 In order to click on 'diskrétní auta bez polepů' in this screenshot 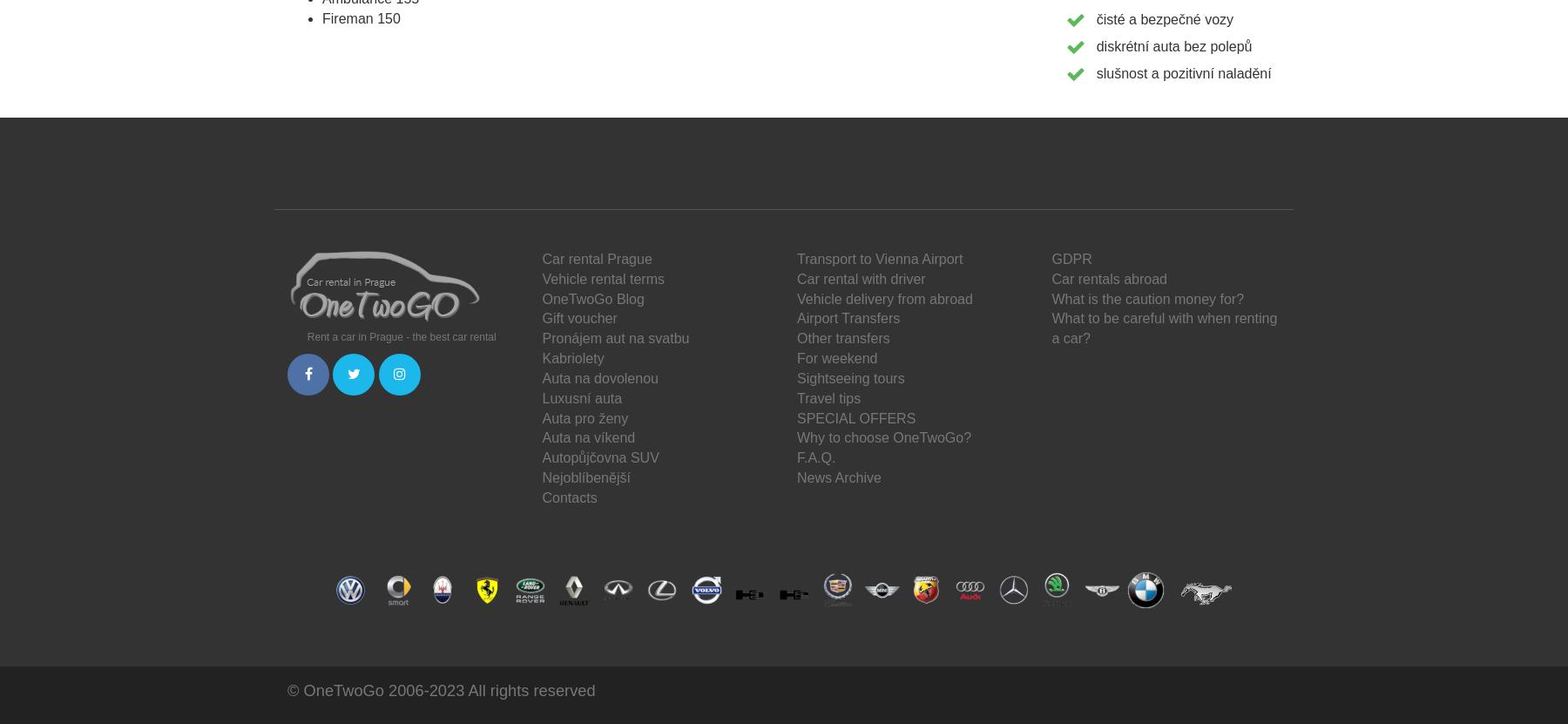, I will do `click(1173, 44)`.